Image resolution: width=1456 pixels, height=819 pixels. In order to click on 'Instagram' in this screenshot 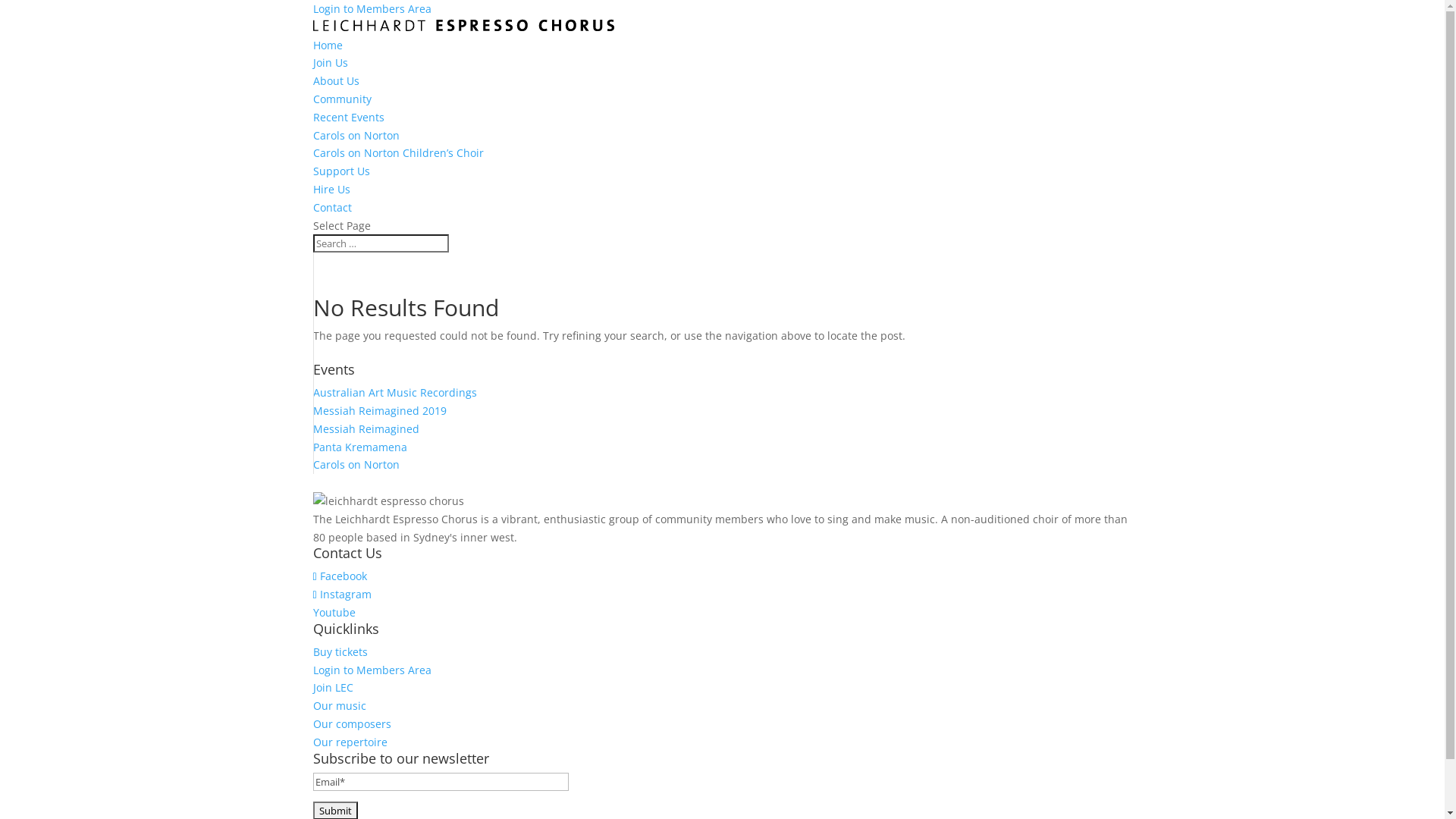, I will do `click(340, 593)`.